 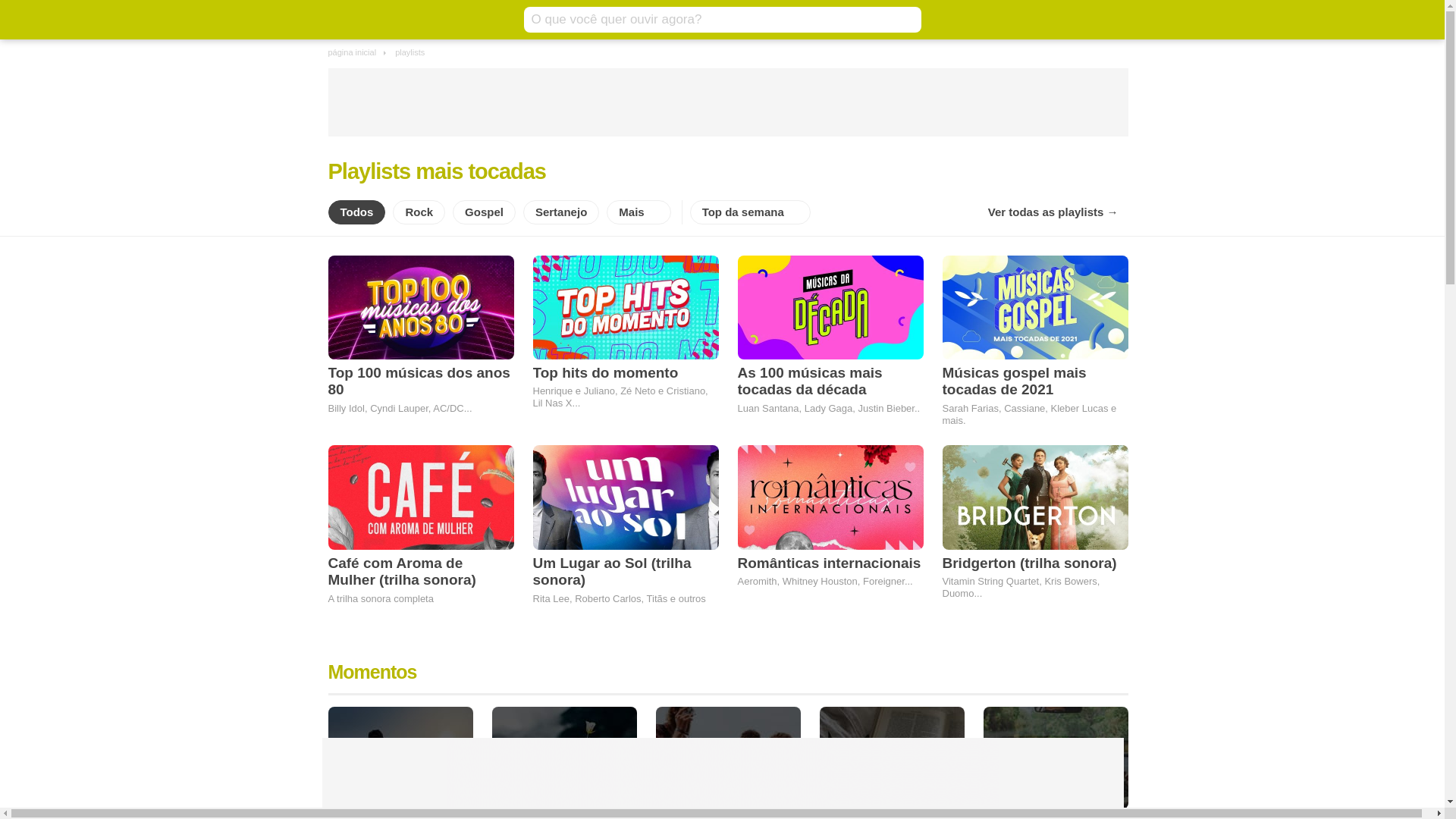 I want to click on 'Romance', so click(x=491, y=758).